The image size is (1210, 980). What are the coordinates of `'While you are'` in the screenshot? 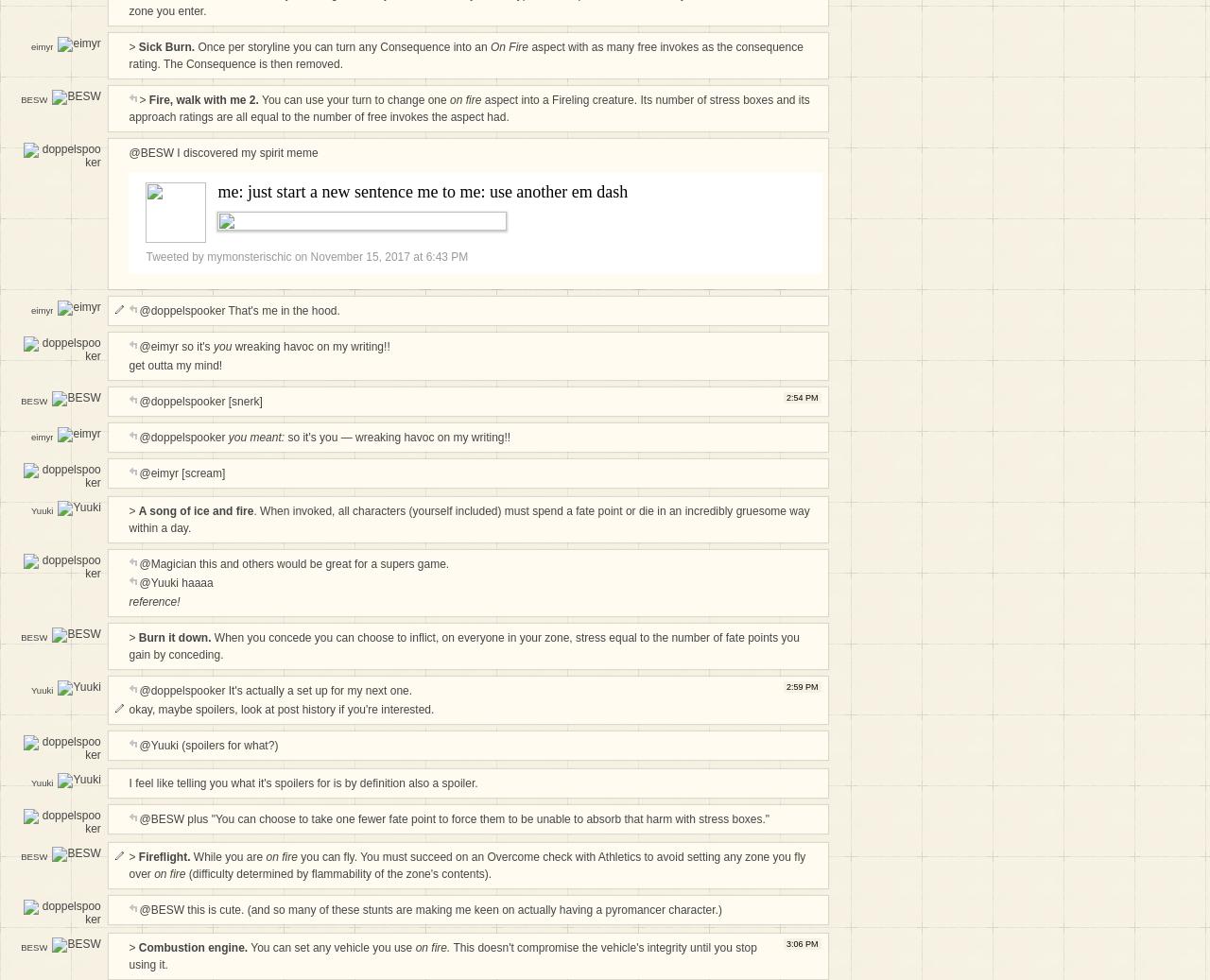 It's located at (227, 856).